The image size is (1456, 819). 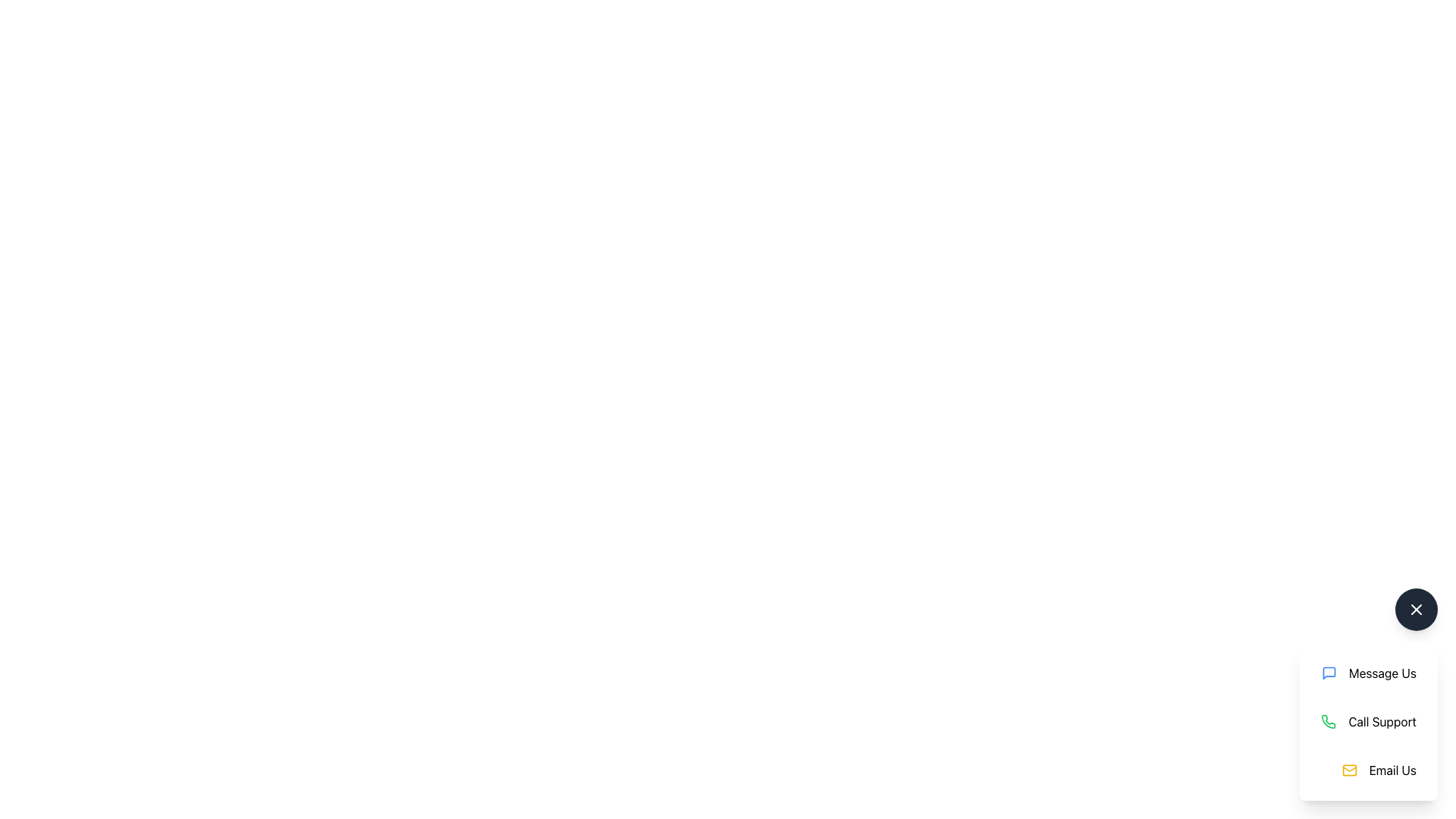 I want to click on the green phone icon which is part of the 'Call Support' button in the vertical list of options, so click(x=1328, y=721).